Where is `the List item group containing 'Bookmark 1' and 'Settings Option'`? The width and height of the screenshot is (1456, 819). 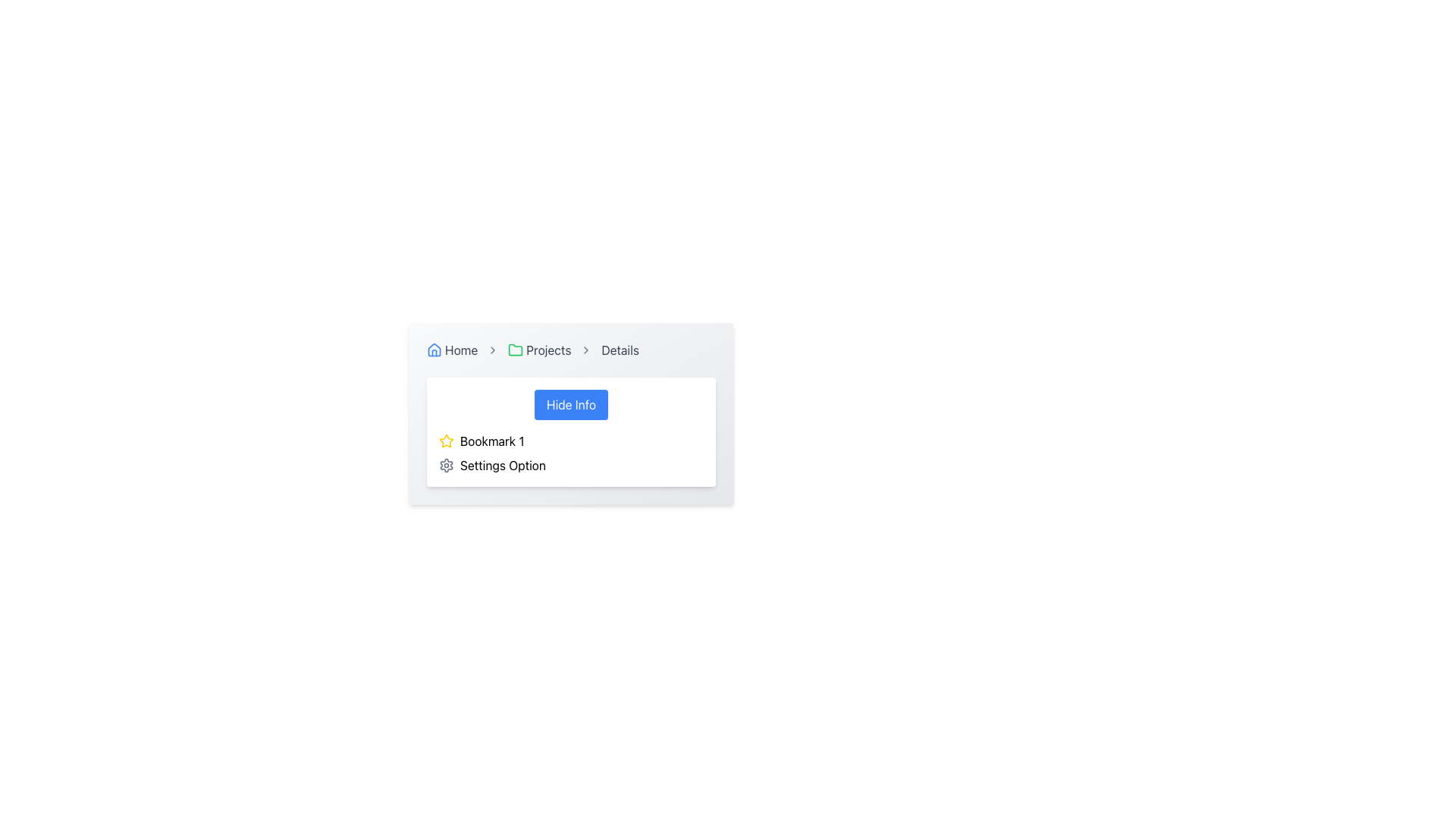
the List item group containing 'Bookmark 1' and 'Settings Option' is located at coordinates (570, 452).